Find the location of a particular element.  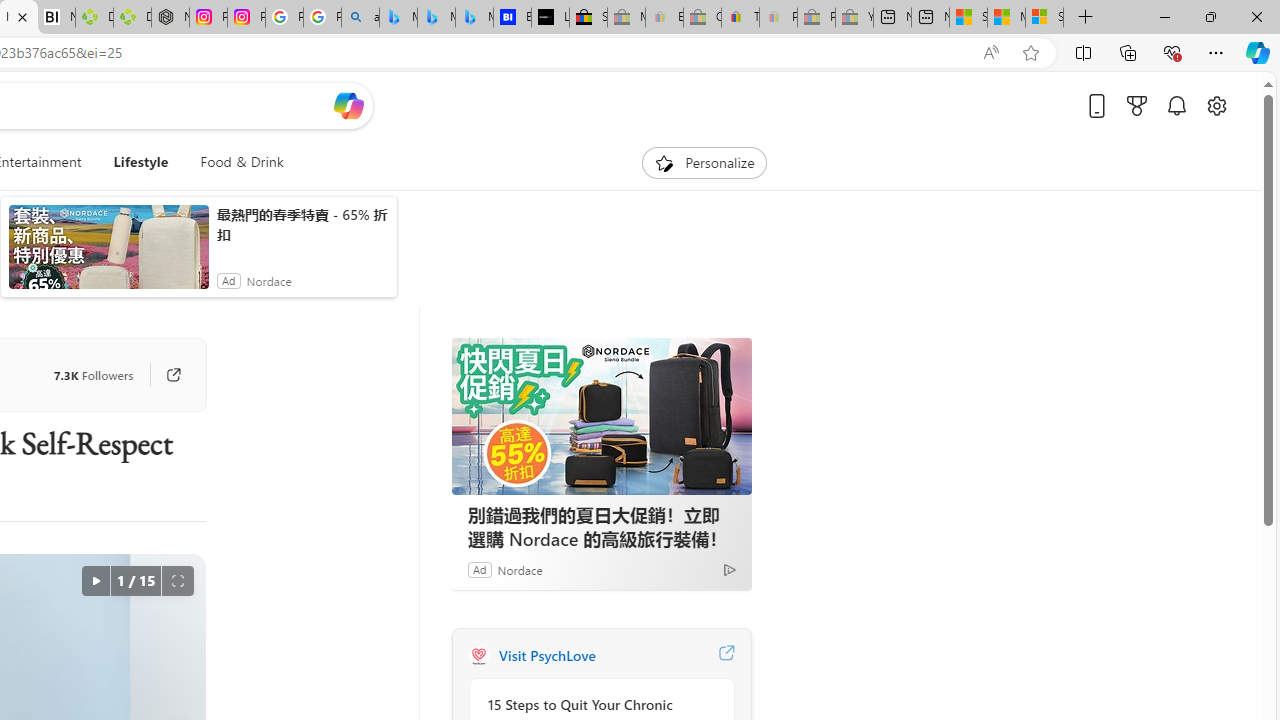

'autorotate button' is located at coordinates (94, 581).